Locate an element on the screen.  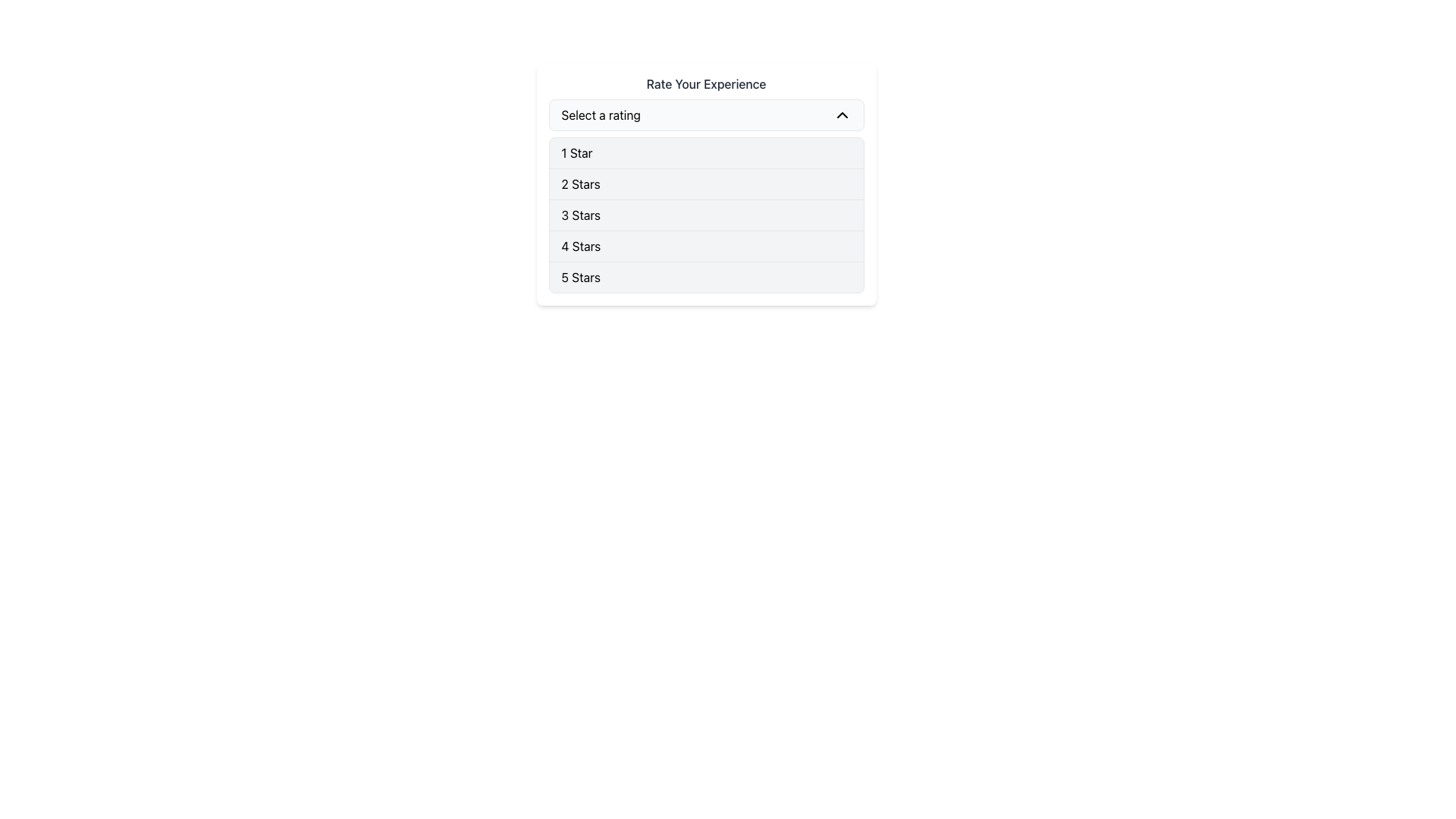
the interactive text 'Select a rating' within the dropdown menu titled 'Rate Your Experience' to focus the dropdown menu is located at coordinates (600, 114).